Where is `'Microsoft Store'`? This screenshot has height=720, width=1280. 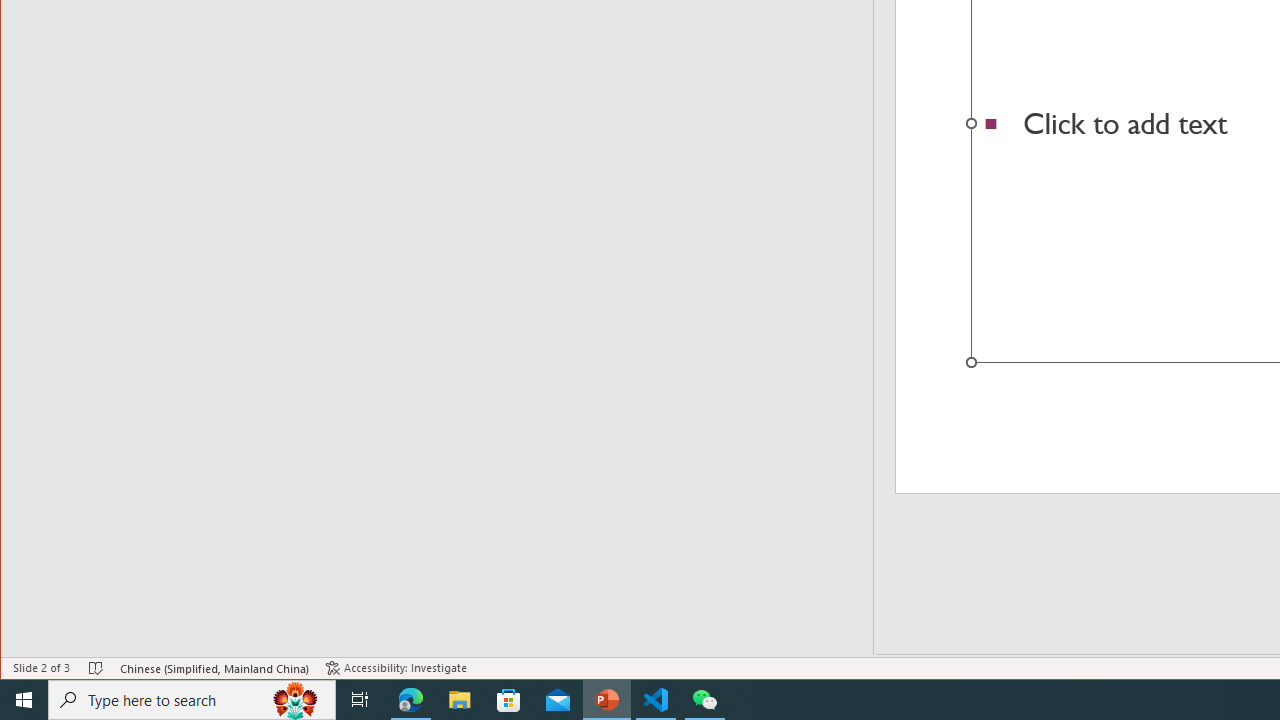 'Microsoft Store' is located at coordinates (509, 698).